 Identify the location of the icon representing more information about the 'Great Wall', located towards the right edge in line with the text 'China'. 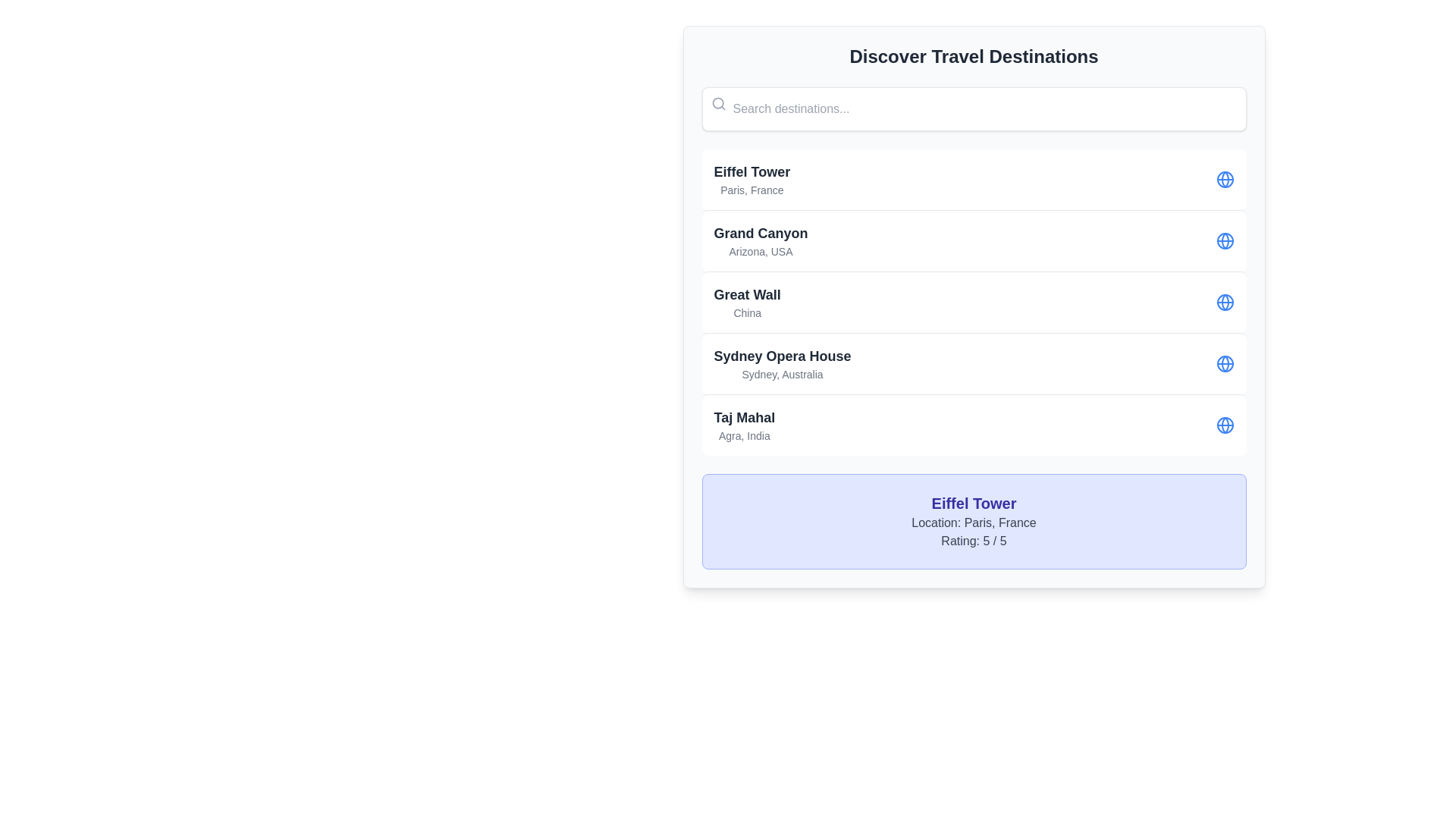
(1225, 302).